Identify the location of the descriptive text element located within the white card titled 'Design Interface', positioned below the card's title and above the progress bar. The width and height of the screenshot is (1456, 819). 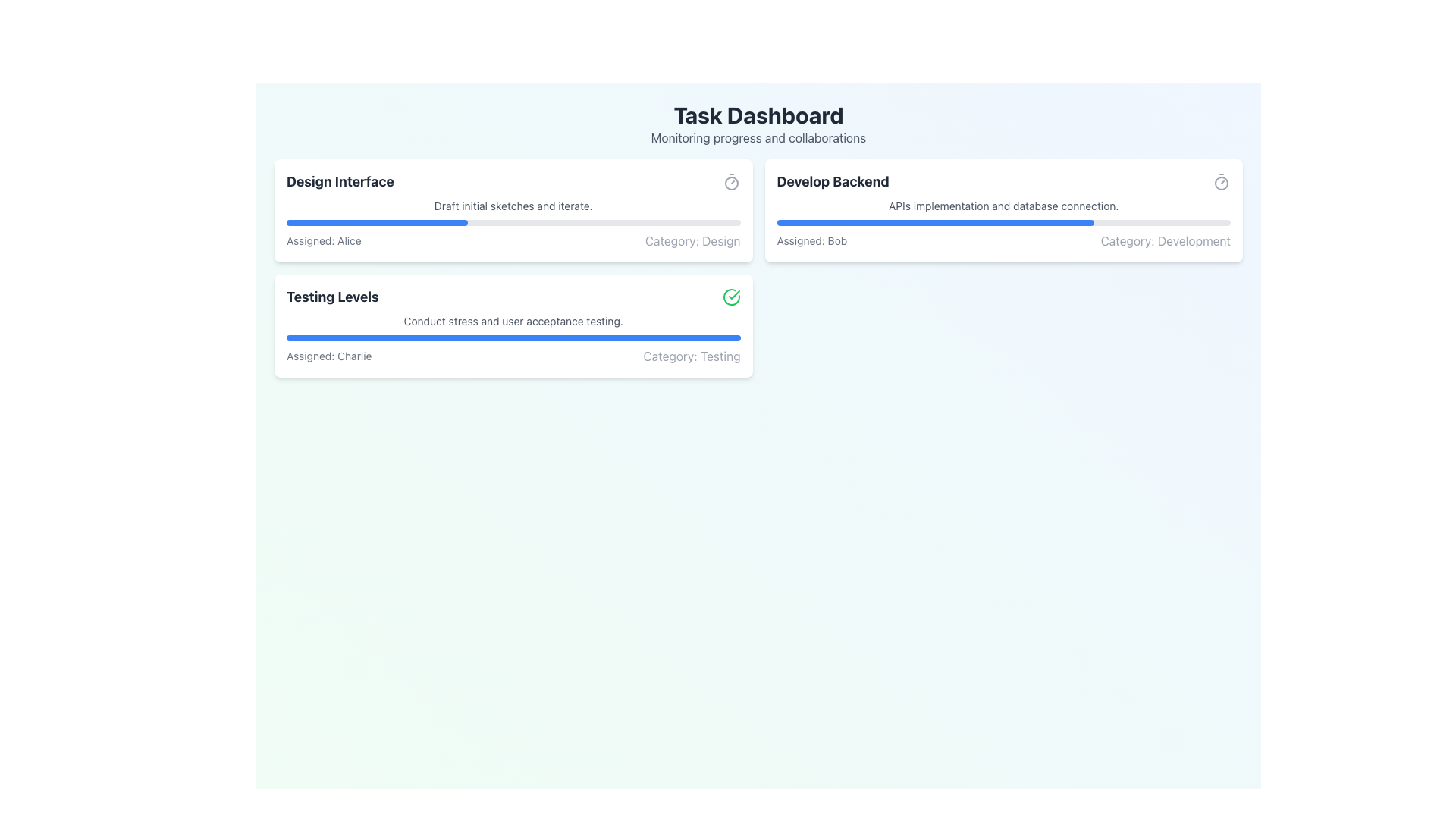
(513, 206).